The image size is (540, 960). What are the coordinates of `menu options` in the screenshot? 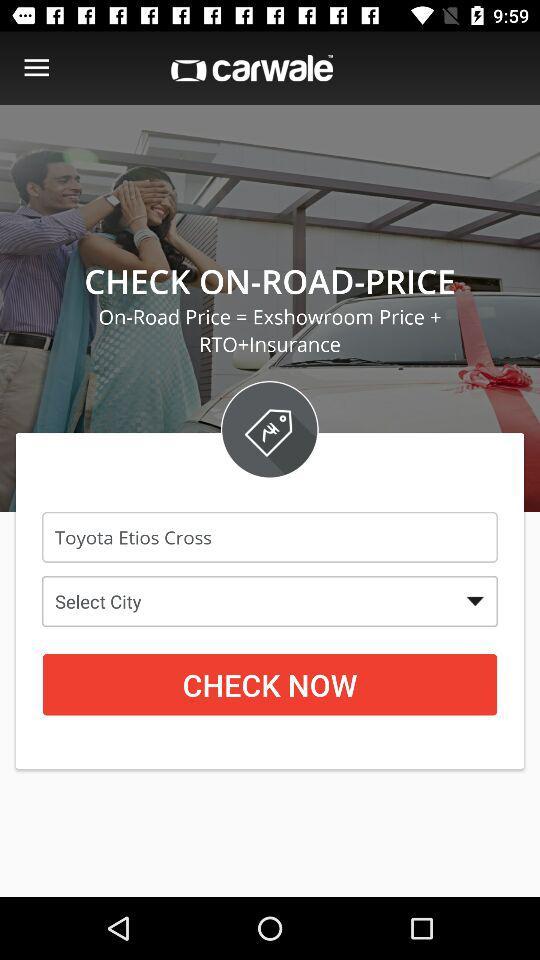 It's located at (36, 68).